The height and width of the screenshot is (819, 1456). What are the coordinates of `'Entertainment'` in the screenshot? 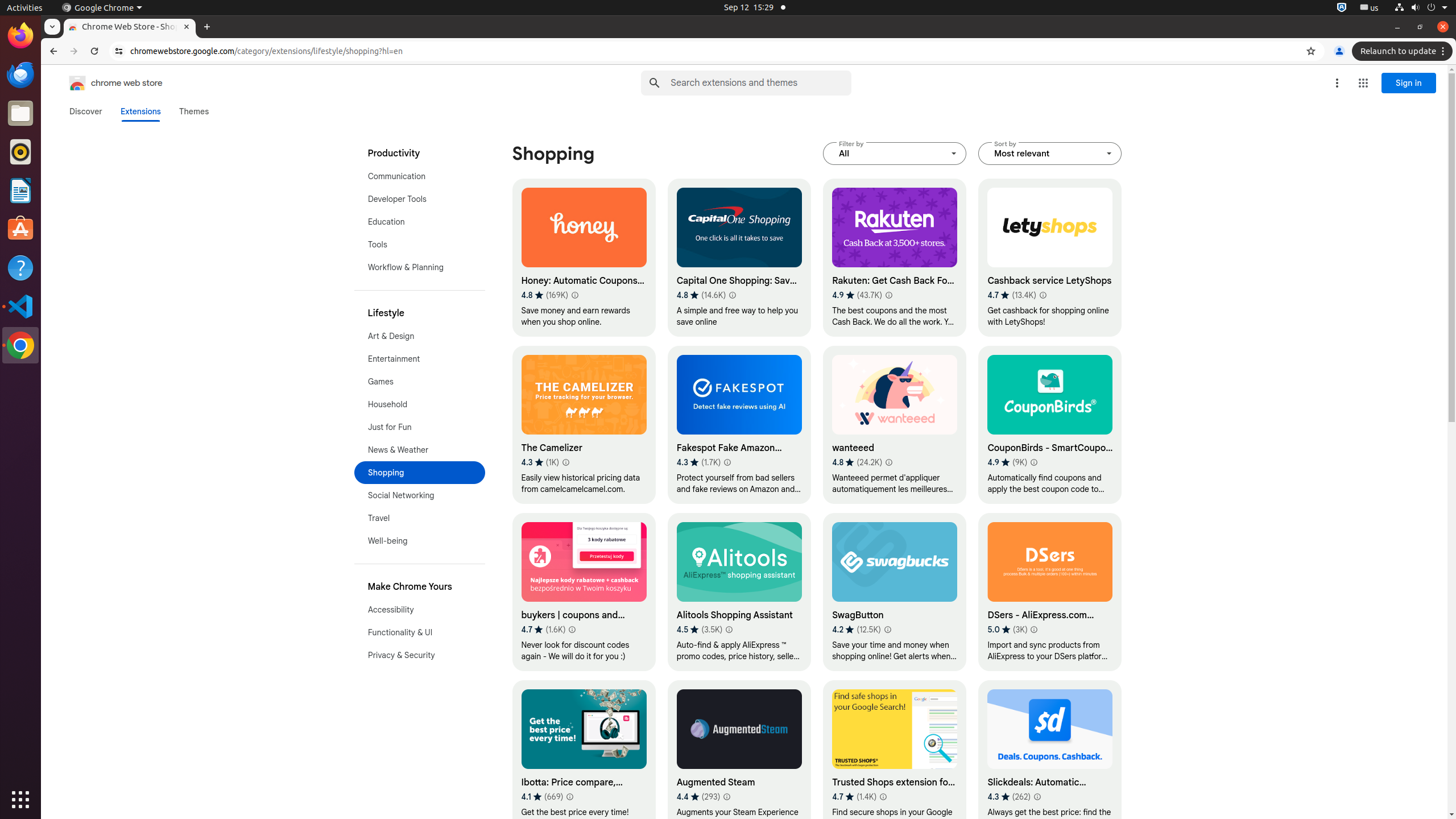 It's located at (419, 359).